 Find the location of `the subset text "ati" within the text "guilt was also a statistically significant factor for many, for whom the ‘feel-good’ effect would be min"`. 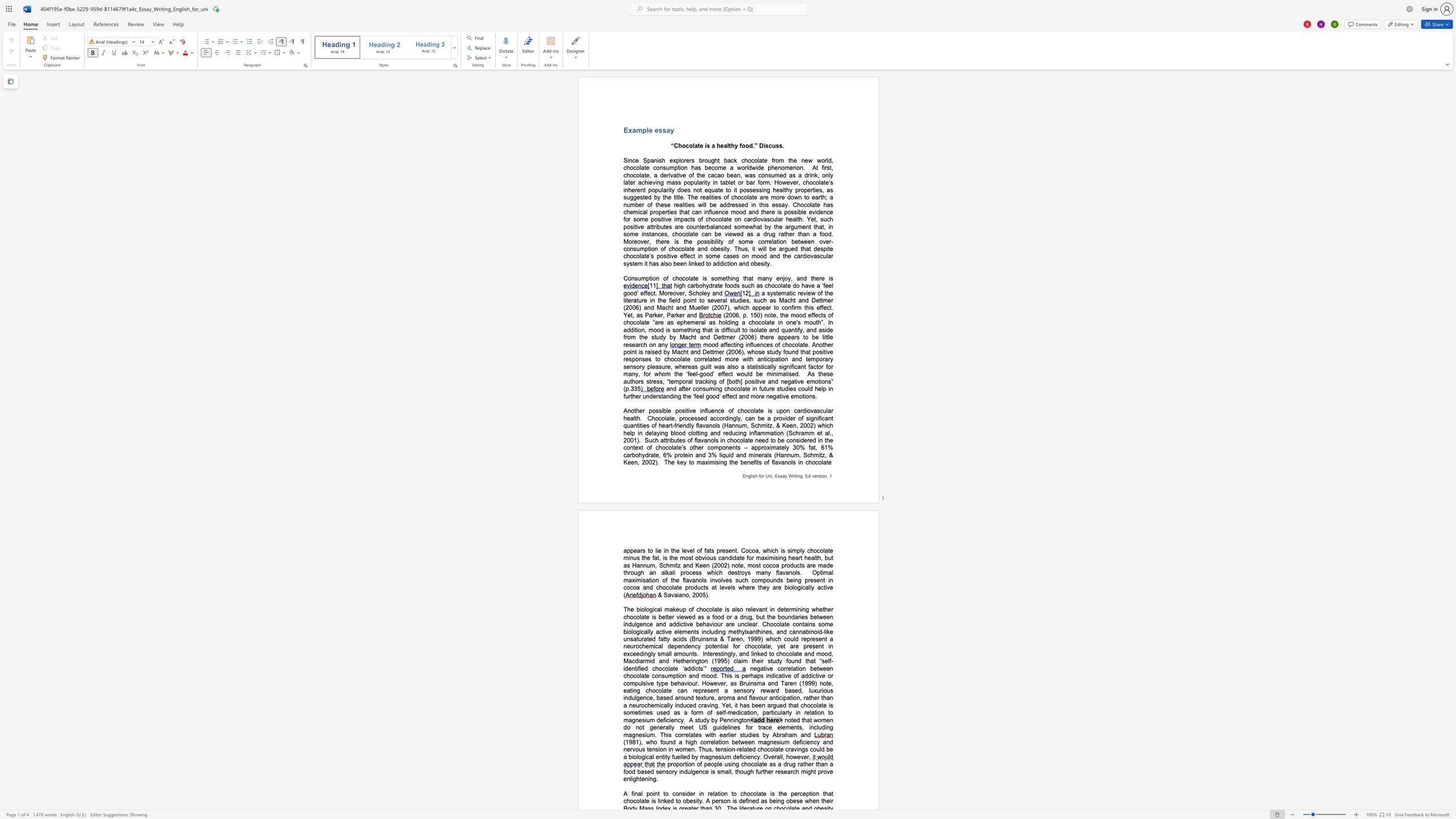

the subset text "ati" within the text "guilt was also a statistically significant factor for many, for whom the ‘feel-good’ effect would be min" is located at coordinates (752, 366).